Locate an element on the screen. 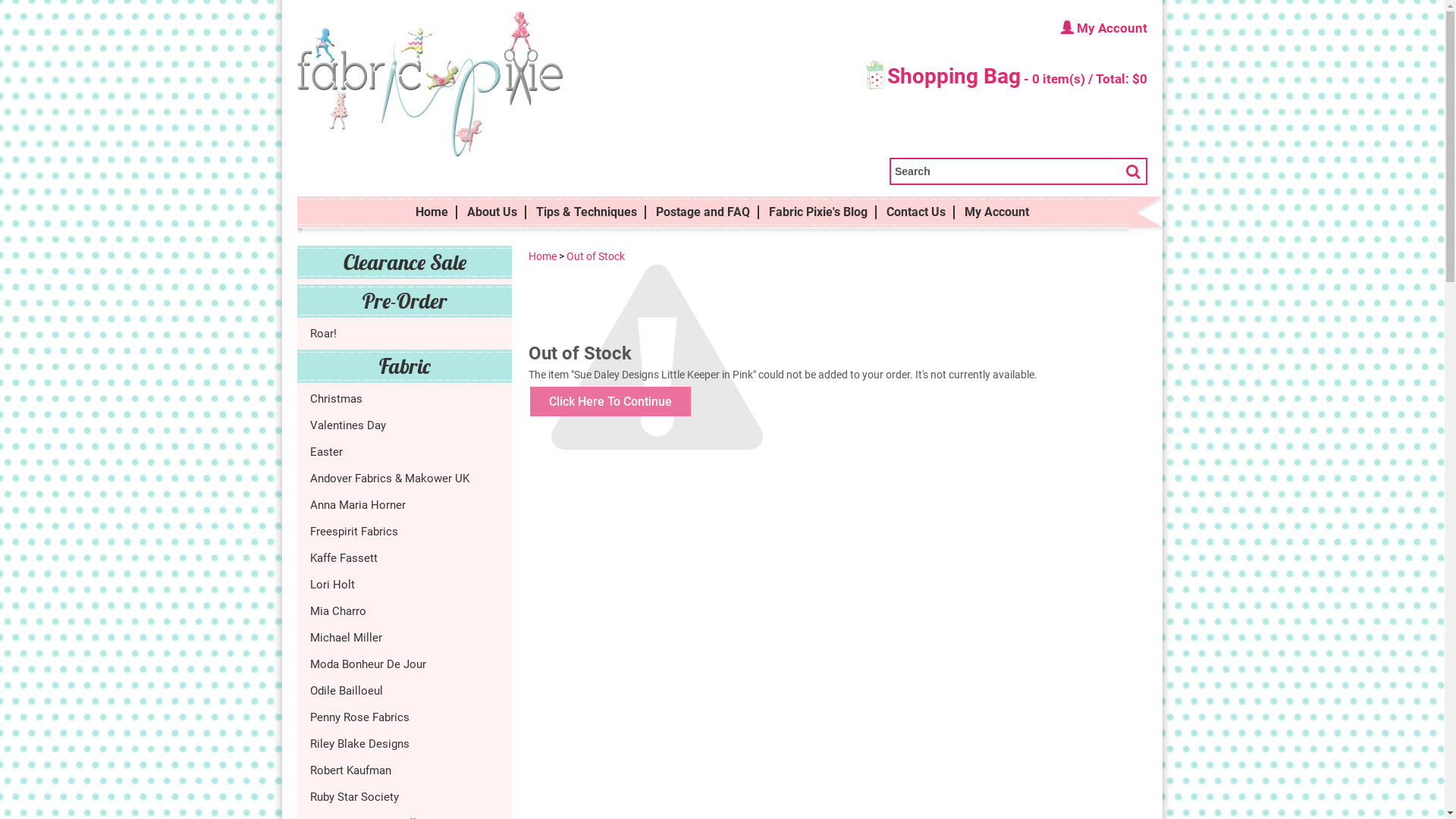  'Fabric' is located at coordinates (404, 366).